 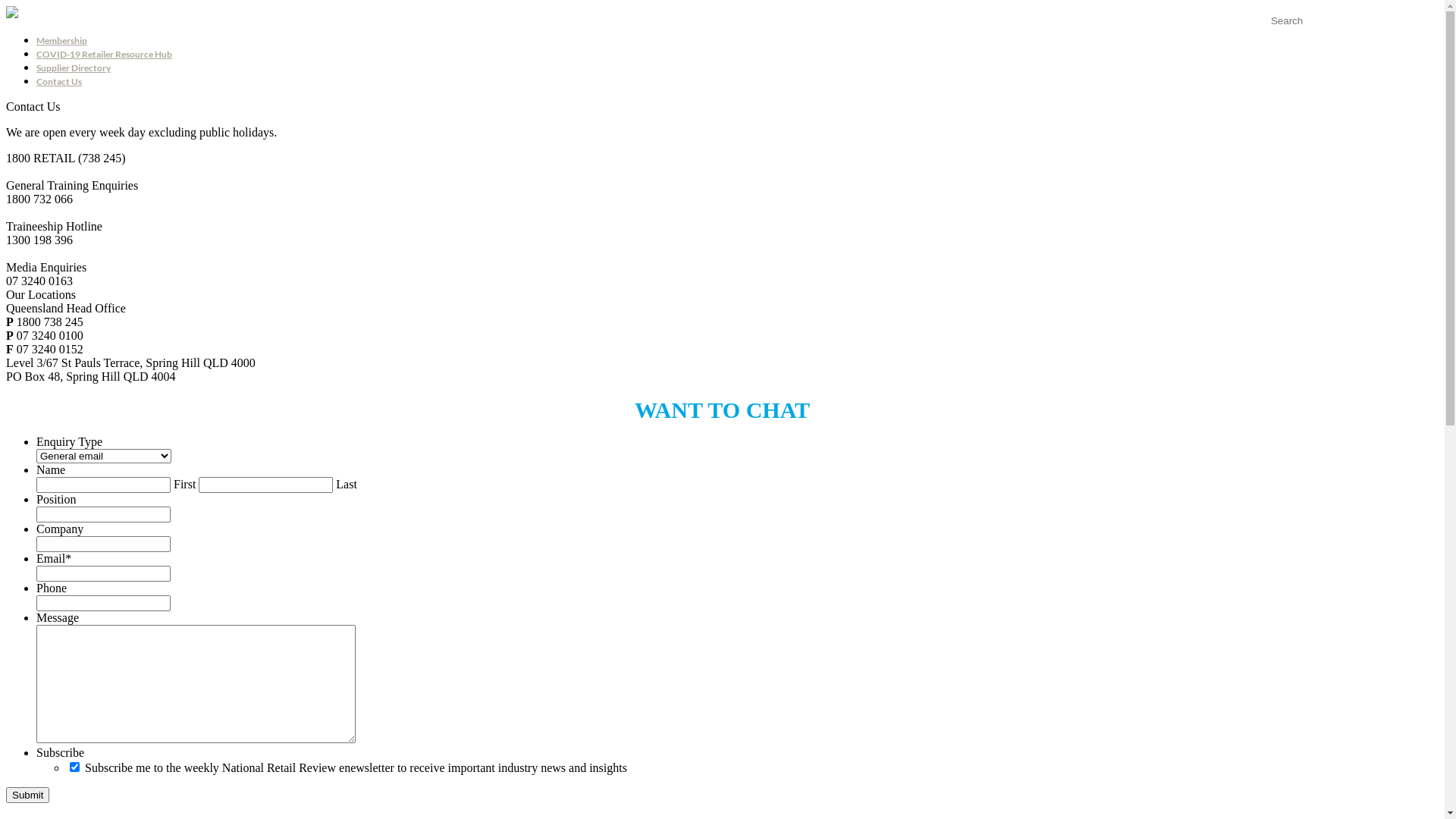 I want to click on 'Contact Us', so click(x=58, y=81).